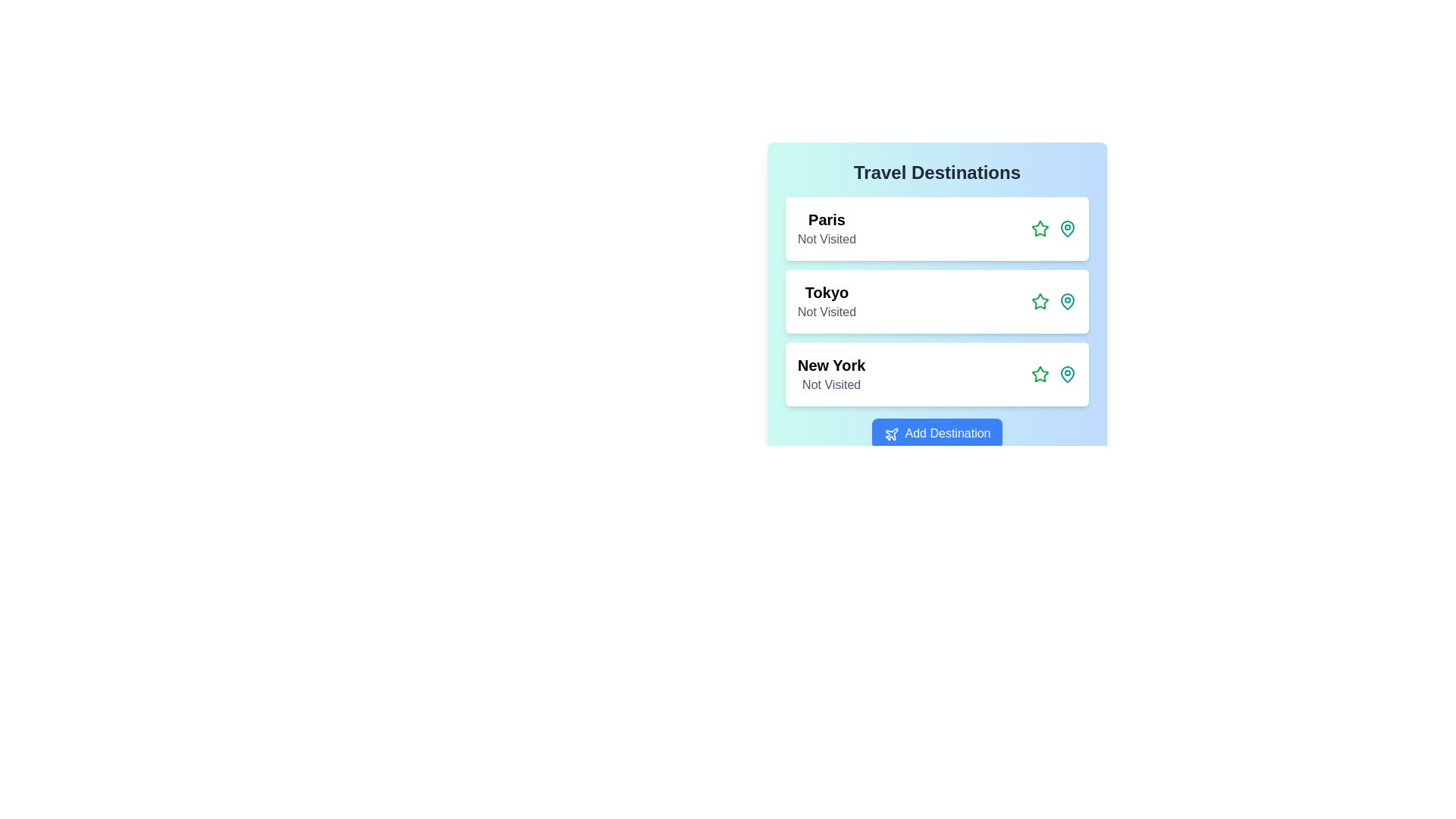 The width and height of the screenshot is (1456, 819). I want to click on the destination item New York to observe its hover effect, so click(937, 374).